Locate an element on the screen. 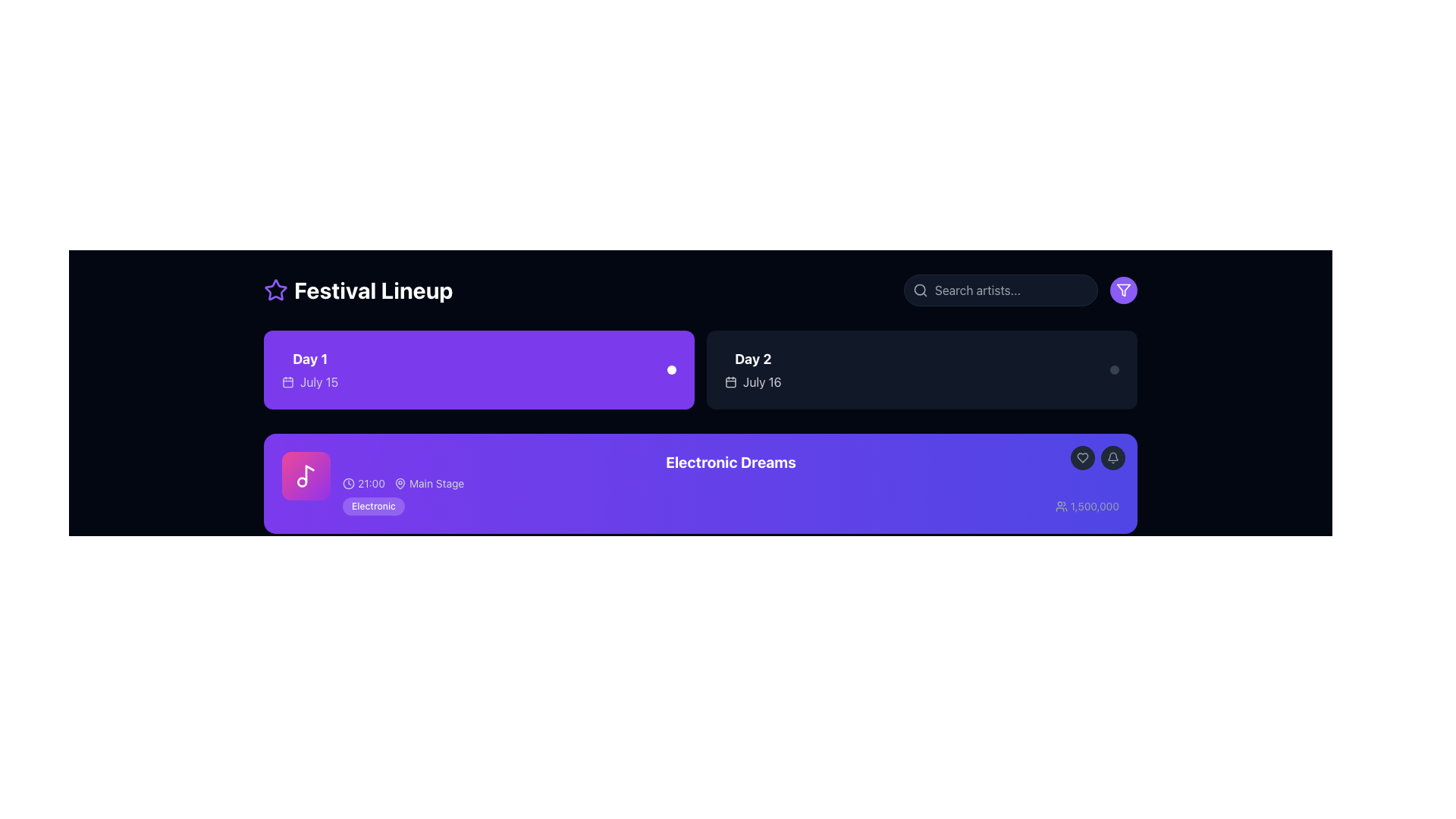 This screenshot has width=1456, height=819. the pin icon that resembles a location marker, which is positioned adjacent to the text 'Main Stage' within a dark-themed interface is located at coordinates (400, 483).